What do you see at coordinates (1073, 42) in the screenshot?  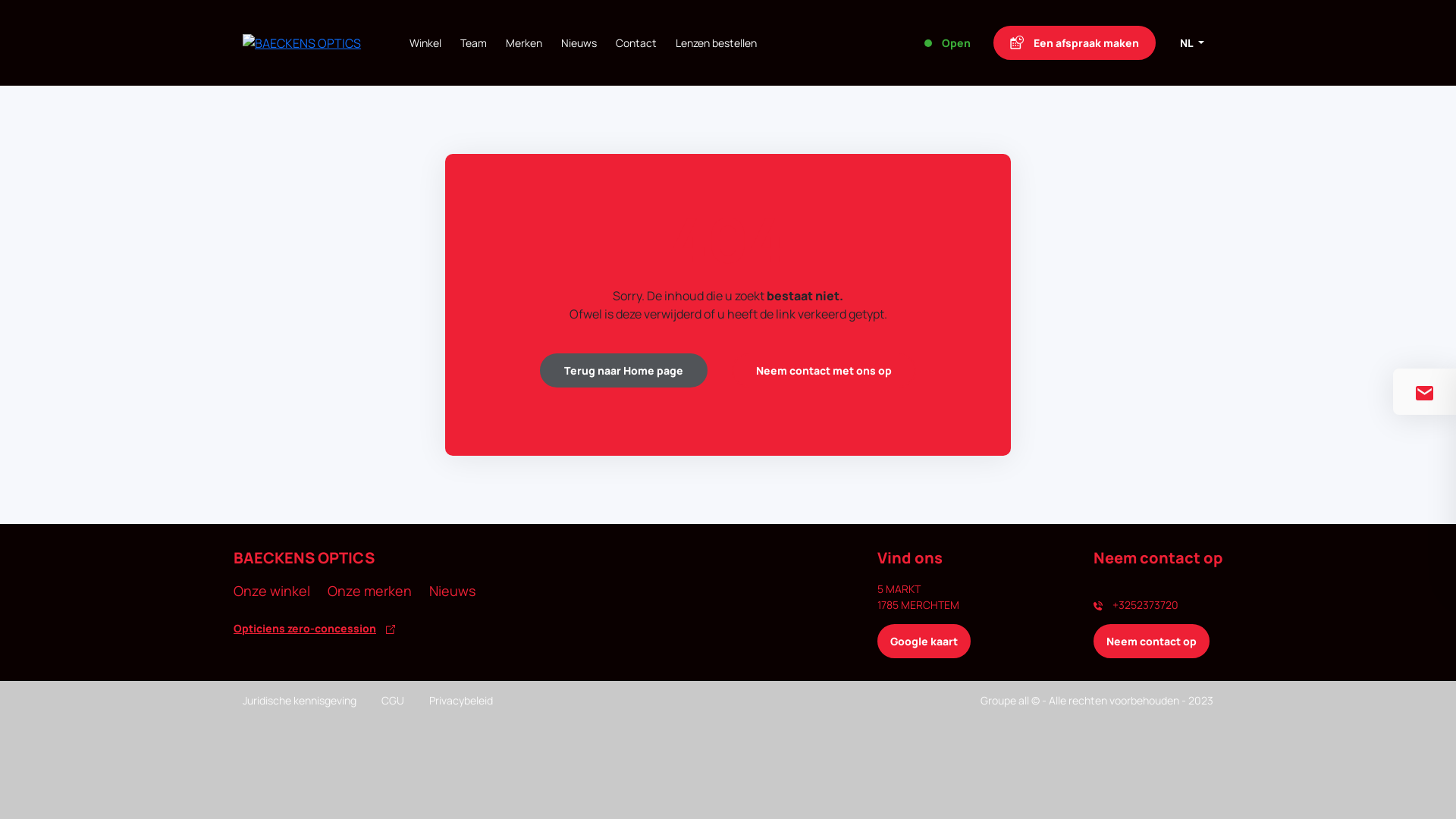 I see `'Een afspraak maken'` at bounding box center [1073, 42].